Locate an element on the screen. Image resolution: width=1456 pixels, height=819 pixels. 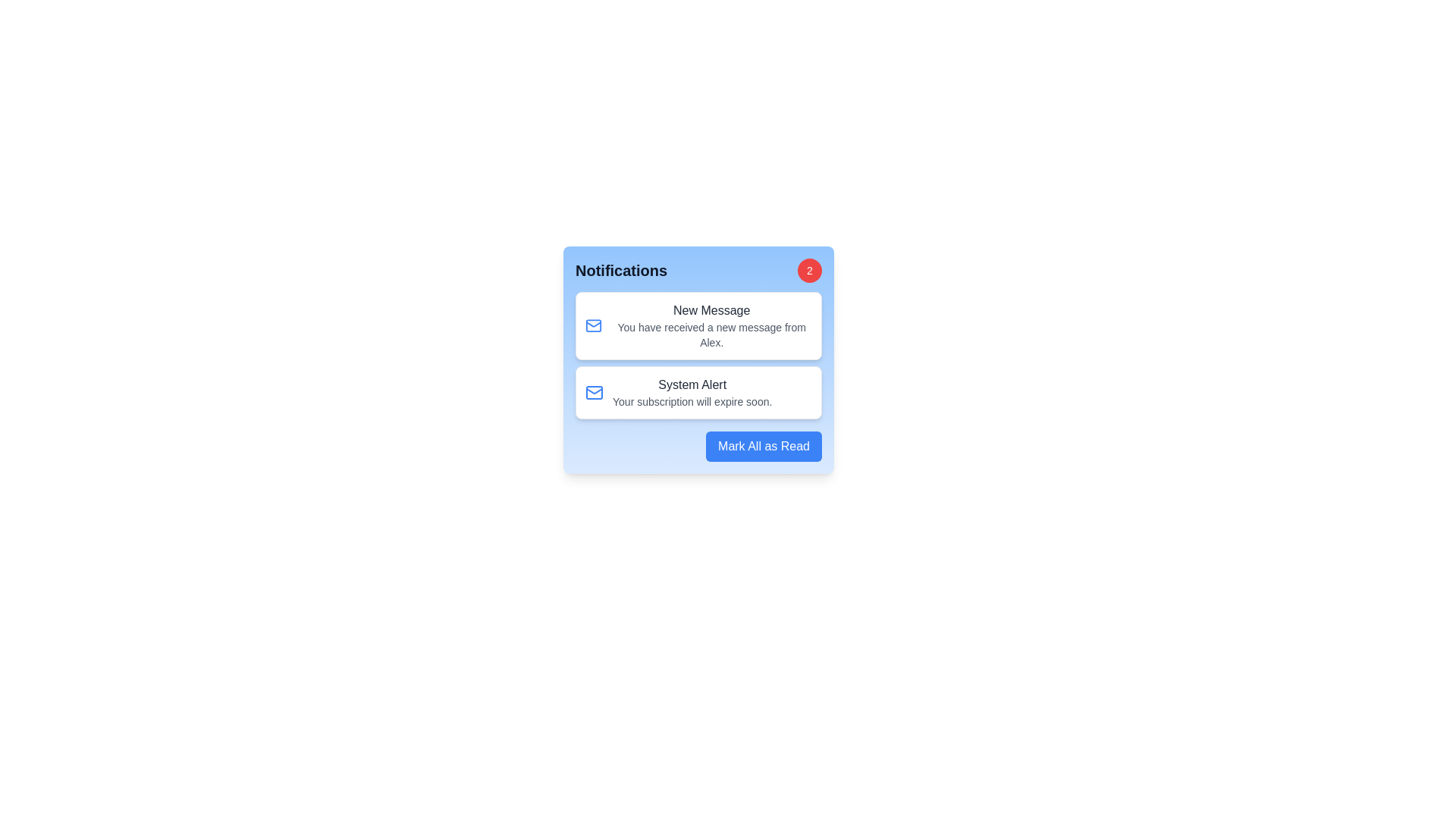
the button located at the bottom-right corner of the notification panel to mark all notifications as read is located at coordinates (764, 446).